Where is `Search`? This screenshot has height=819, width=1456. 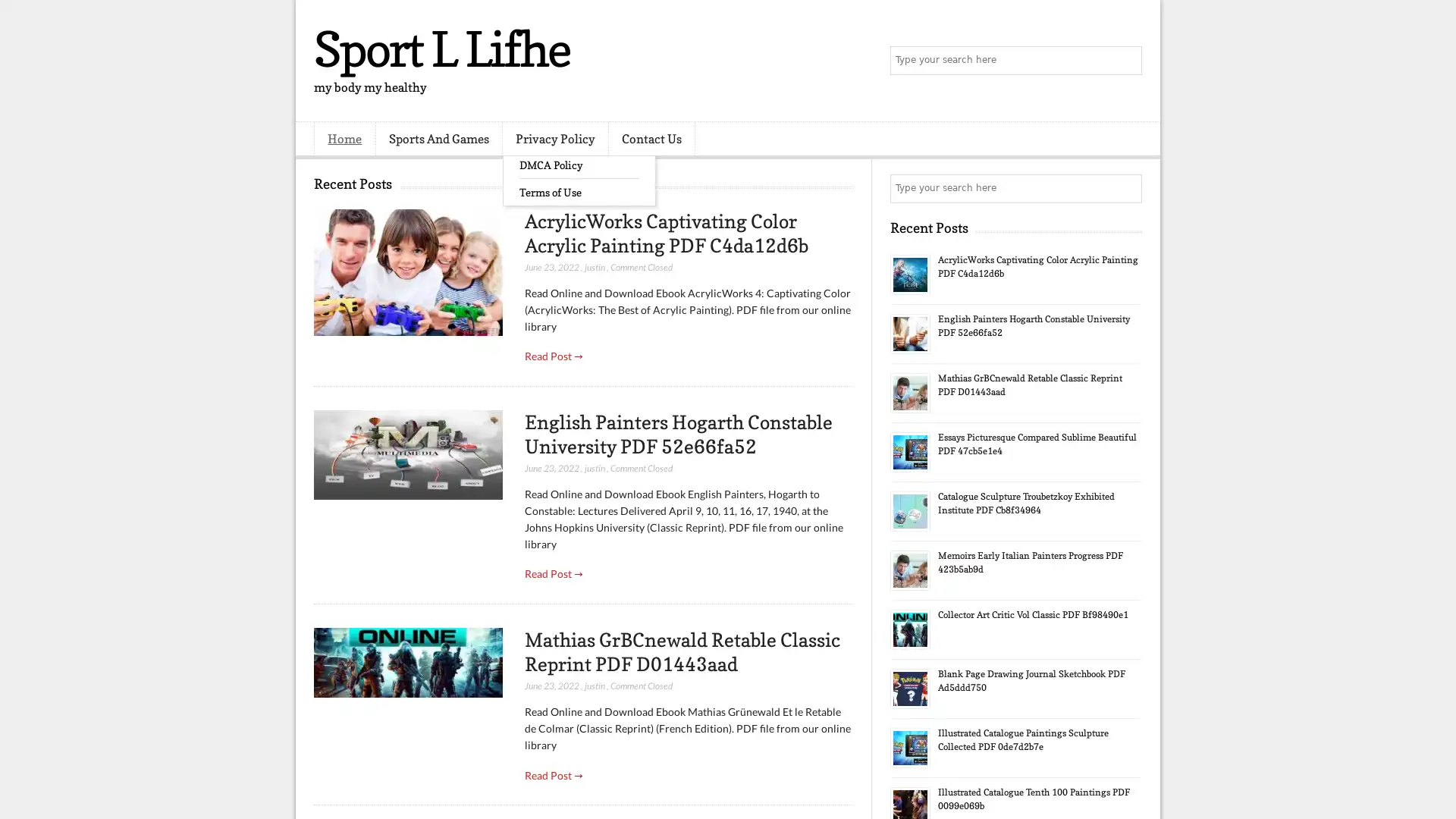 Search is located at coordinates (1126, 188).